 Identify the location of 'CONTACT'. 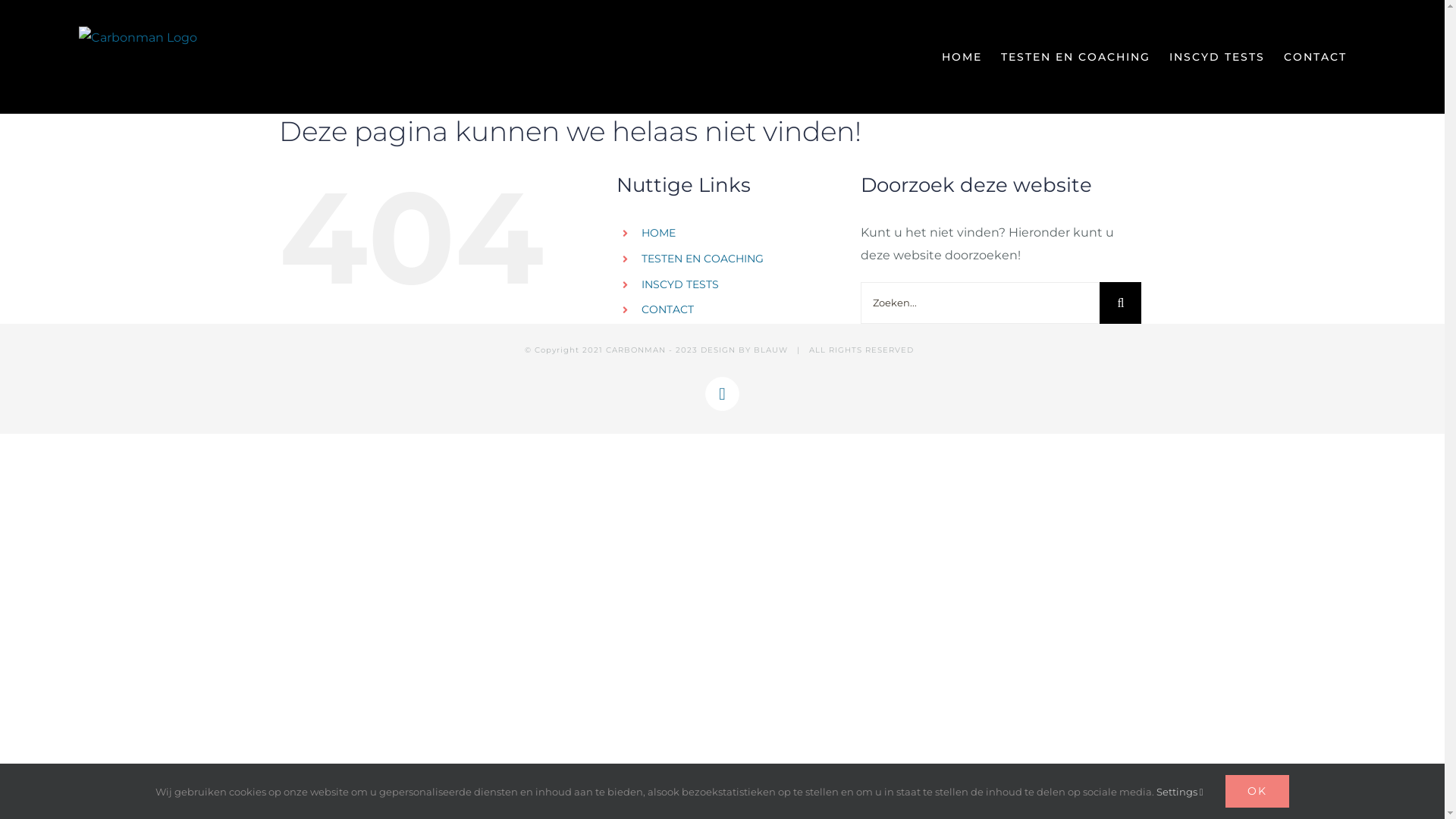
(667, 309).